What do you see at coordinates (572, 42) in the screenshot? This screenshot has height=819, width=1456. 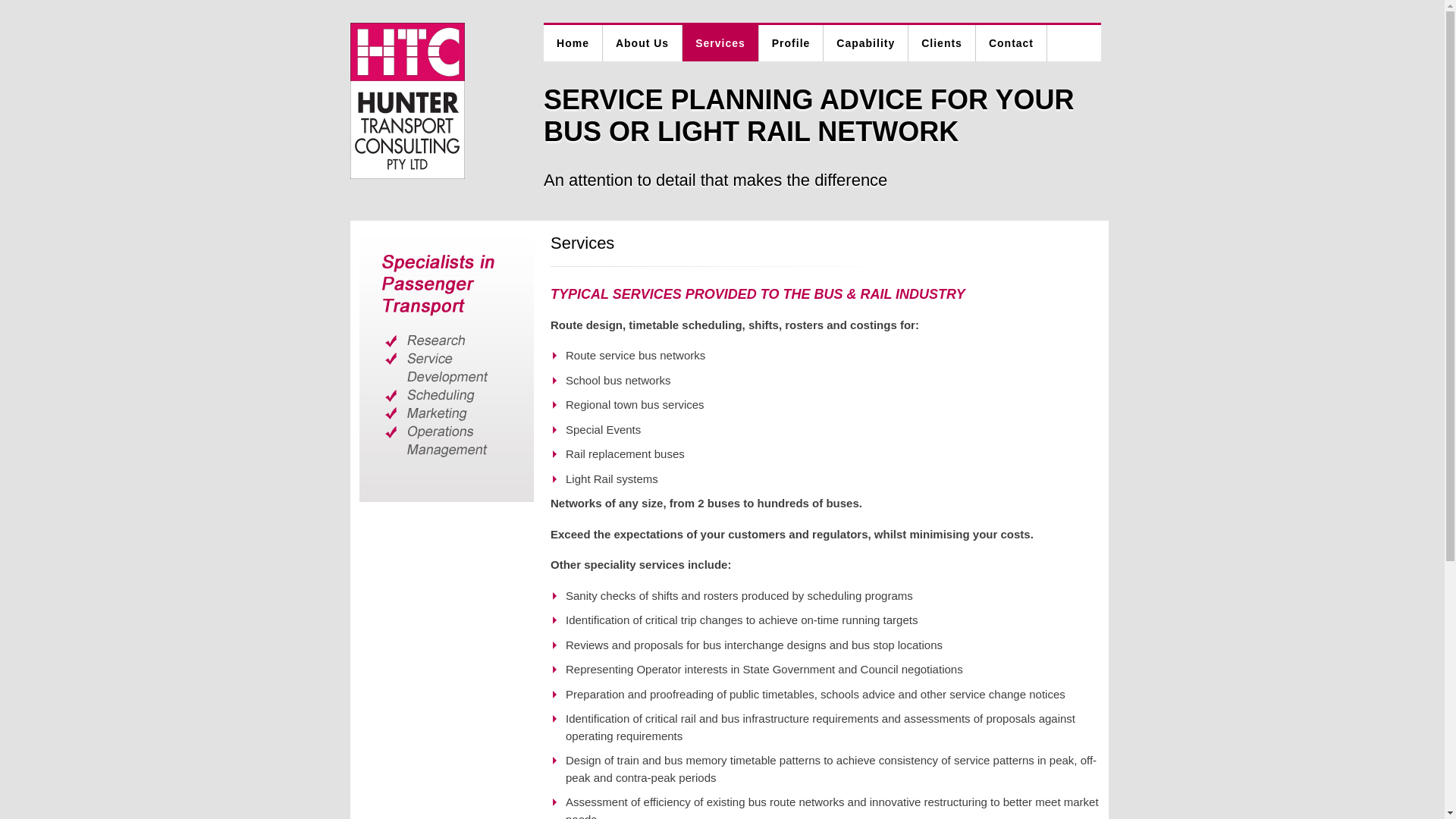 I see `'Home'` at bounding box center [572, 42].